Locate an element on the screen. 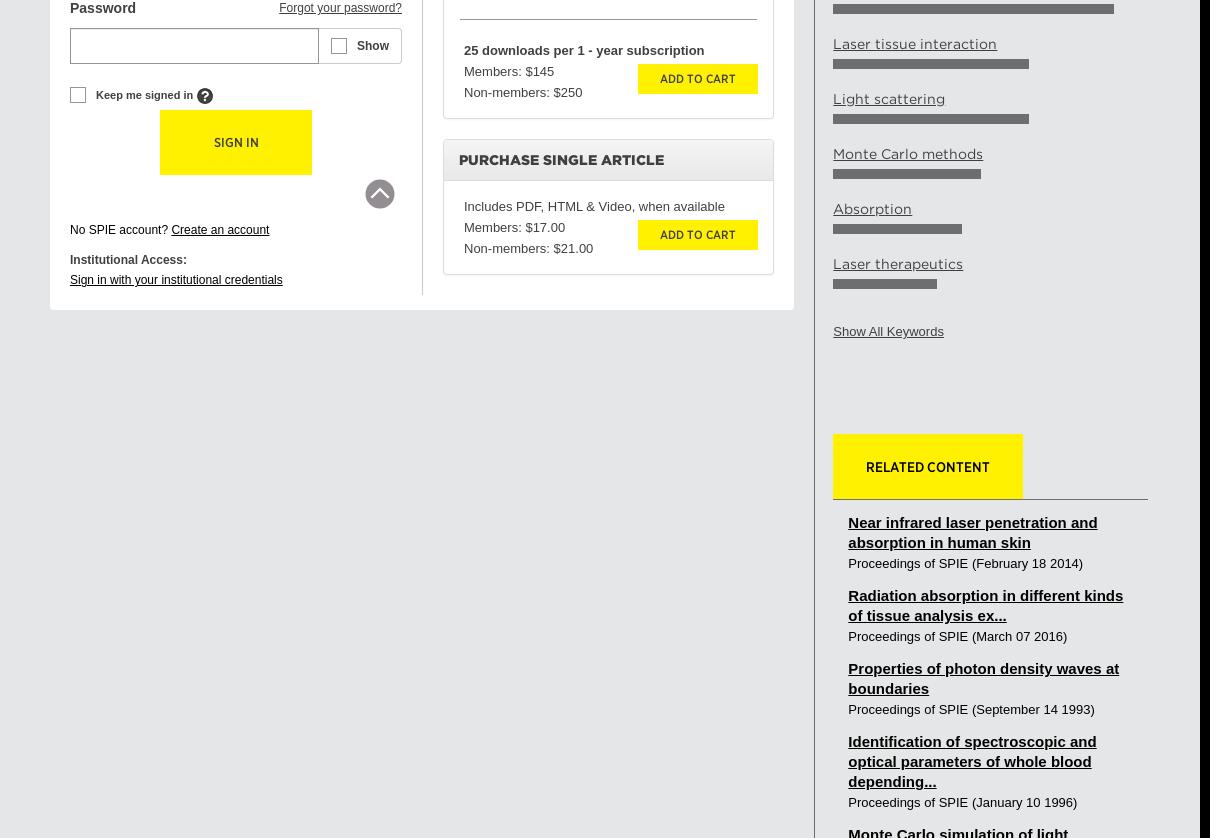  'Proceedings of SPIE (September 14 1993)' is located at coordinates (971, 708).